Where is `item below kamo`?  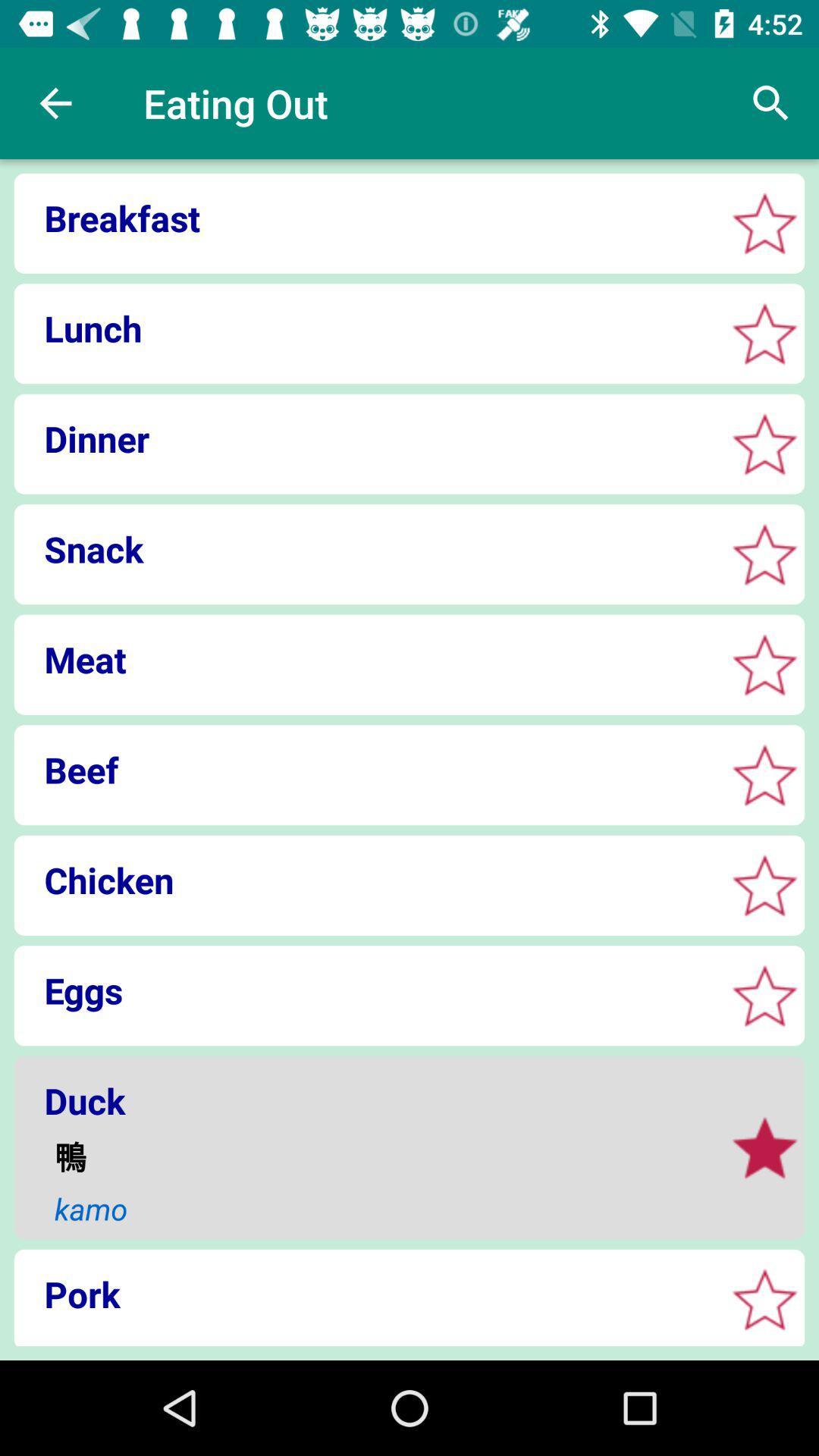
item below kamo is located at coordinates (365, 1293).